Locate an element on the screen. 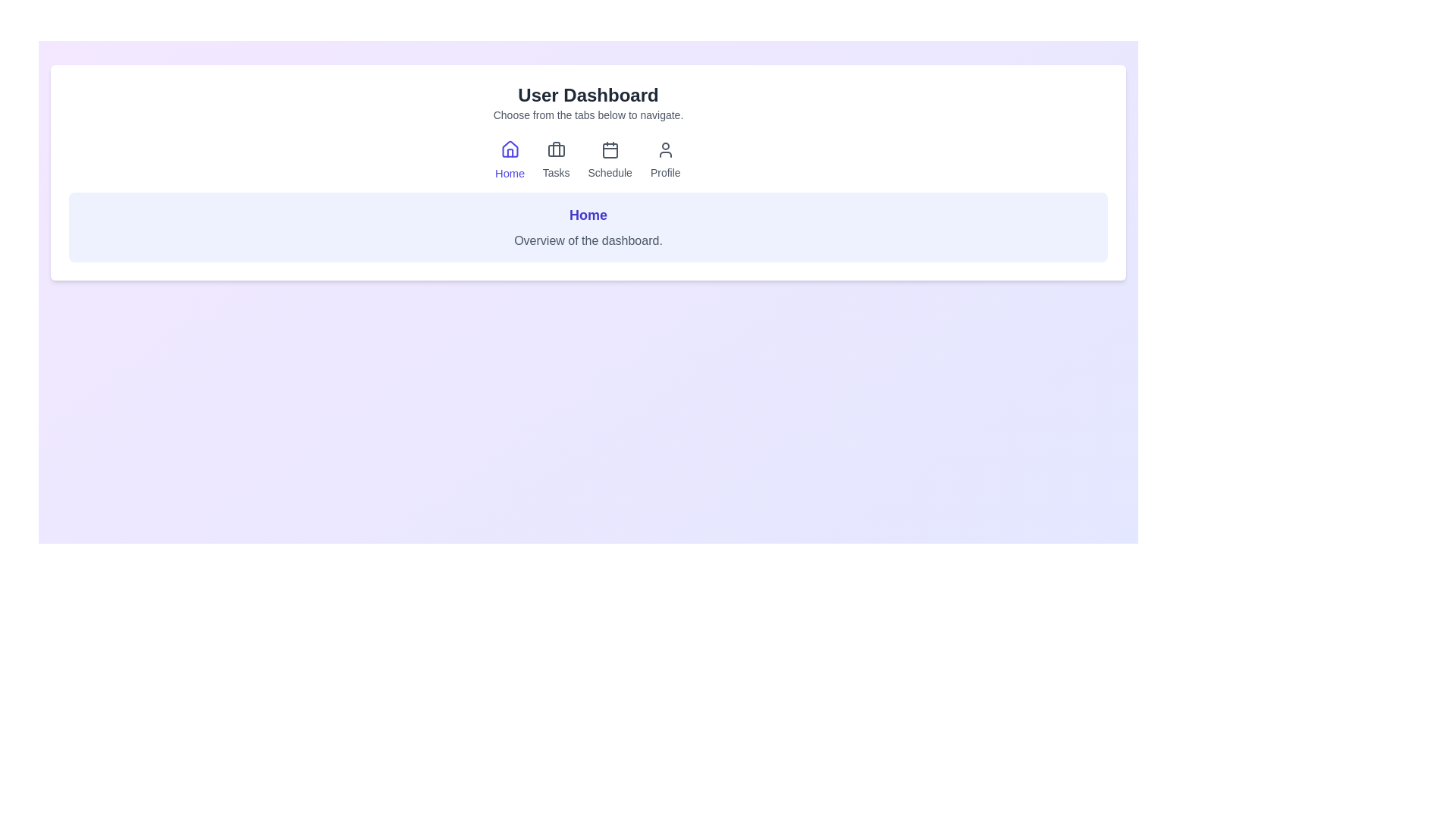  the 'Schedule' icon in the dashboard navigation is located at coordinates (610, 149).